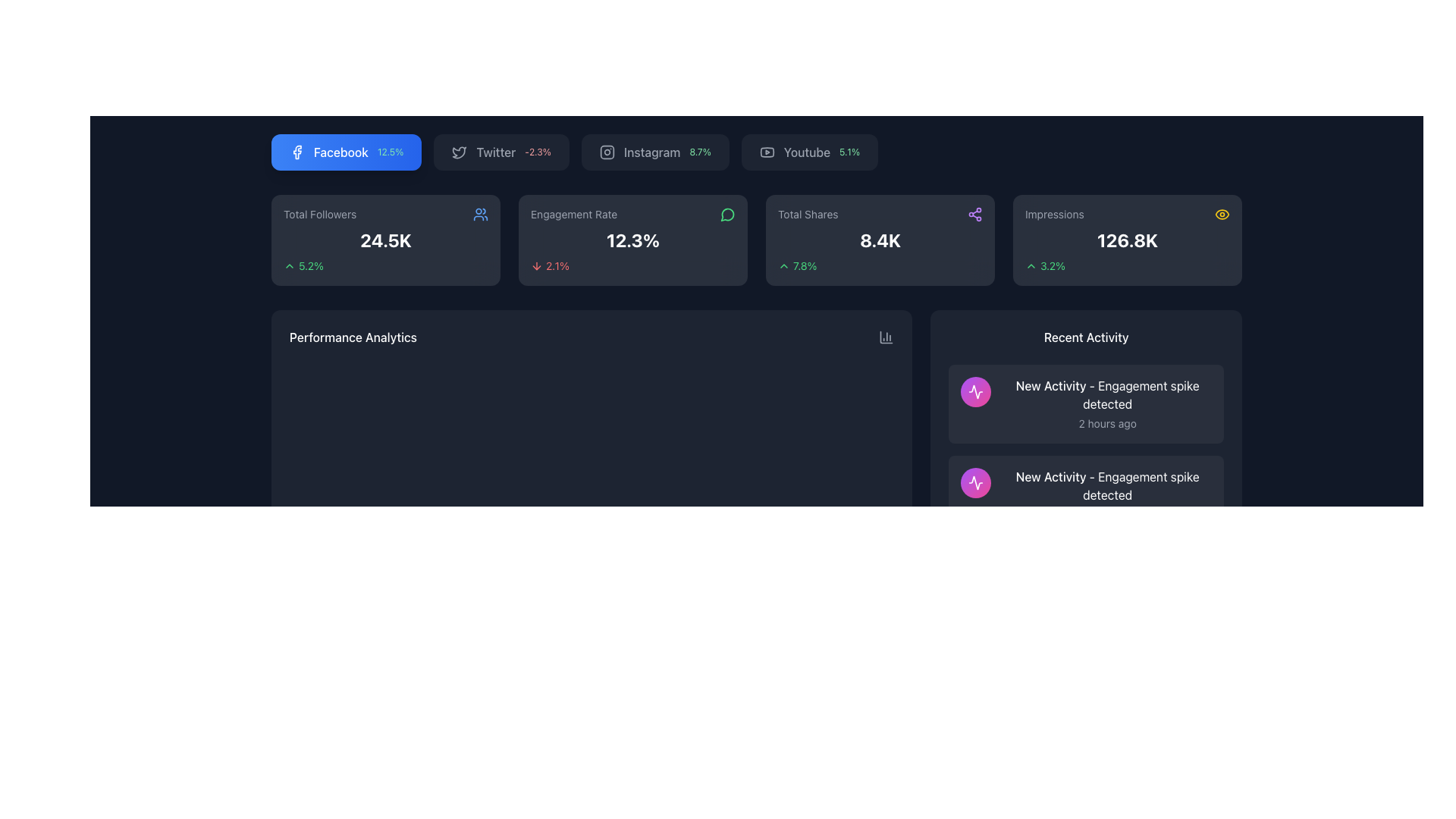  Describe the element at coordinates (655, 152) in the screenshot. I see `the 'Instagram' button, which displays the text 'Instagram' in medium font and '8.7%' in green font, located third from the left among four social media platform buttons` at that location.